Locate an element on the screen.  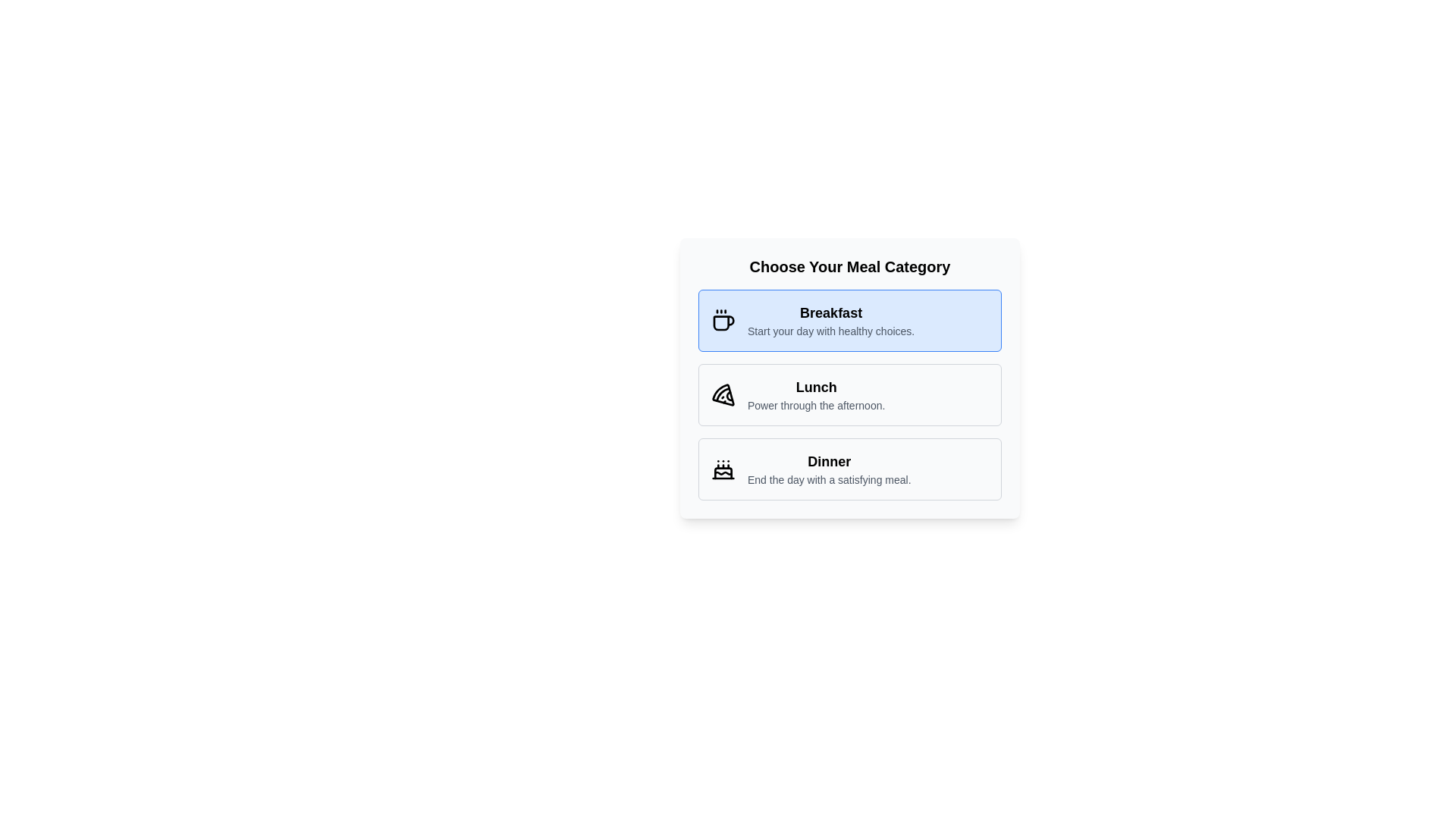
the graphical pizza slice icon is located at coordinates (730, 395).